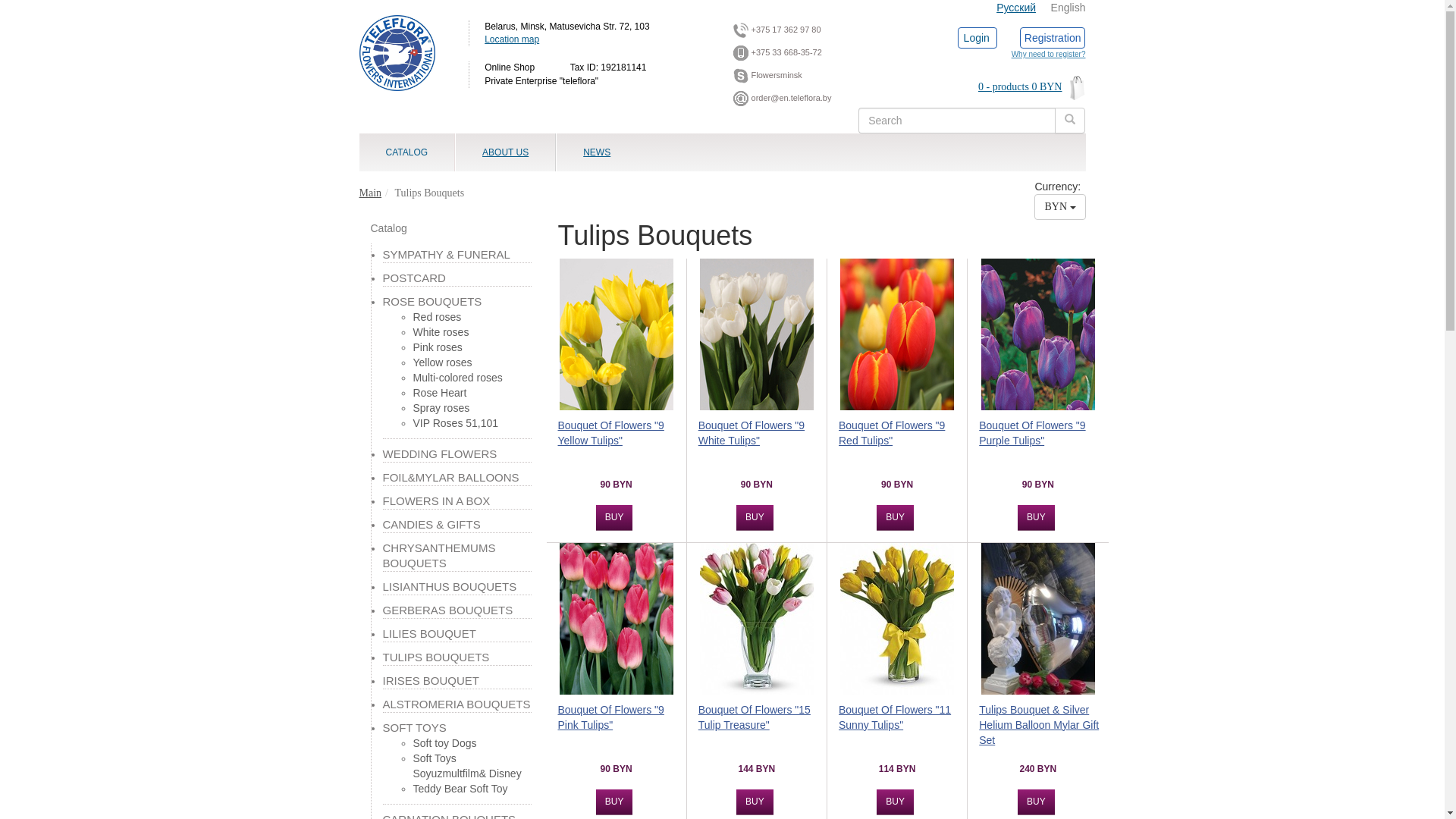 The image size is (1456, 819). What do you see at coordinates (447, 609) in the screenshot?
I see `'GERBERAS BOUQUETS'` at bounding box center [447, 609].